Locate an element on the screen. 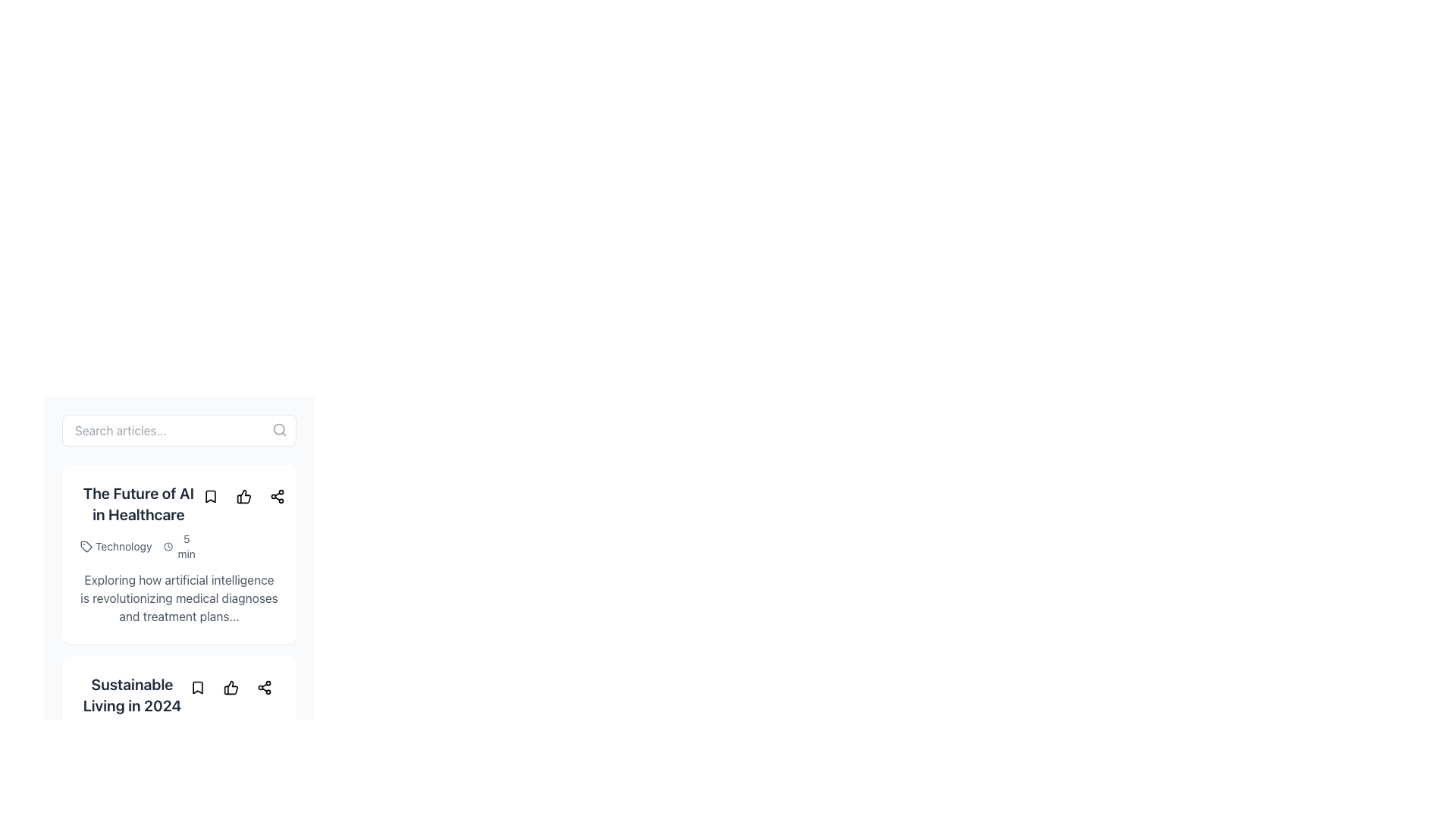  the bookmark icon located to the left of the like and share buttons within the article card for 'The Future of AI in Healthcare' is located at coordinates (209, 497).